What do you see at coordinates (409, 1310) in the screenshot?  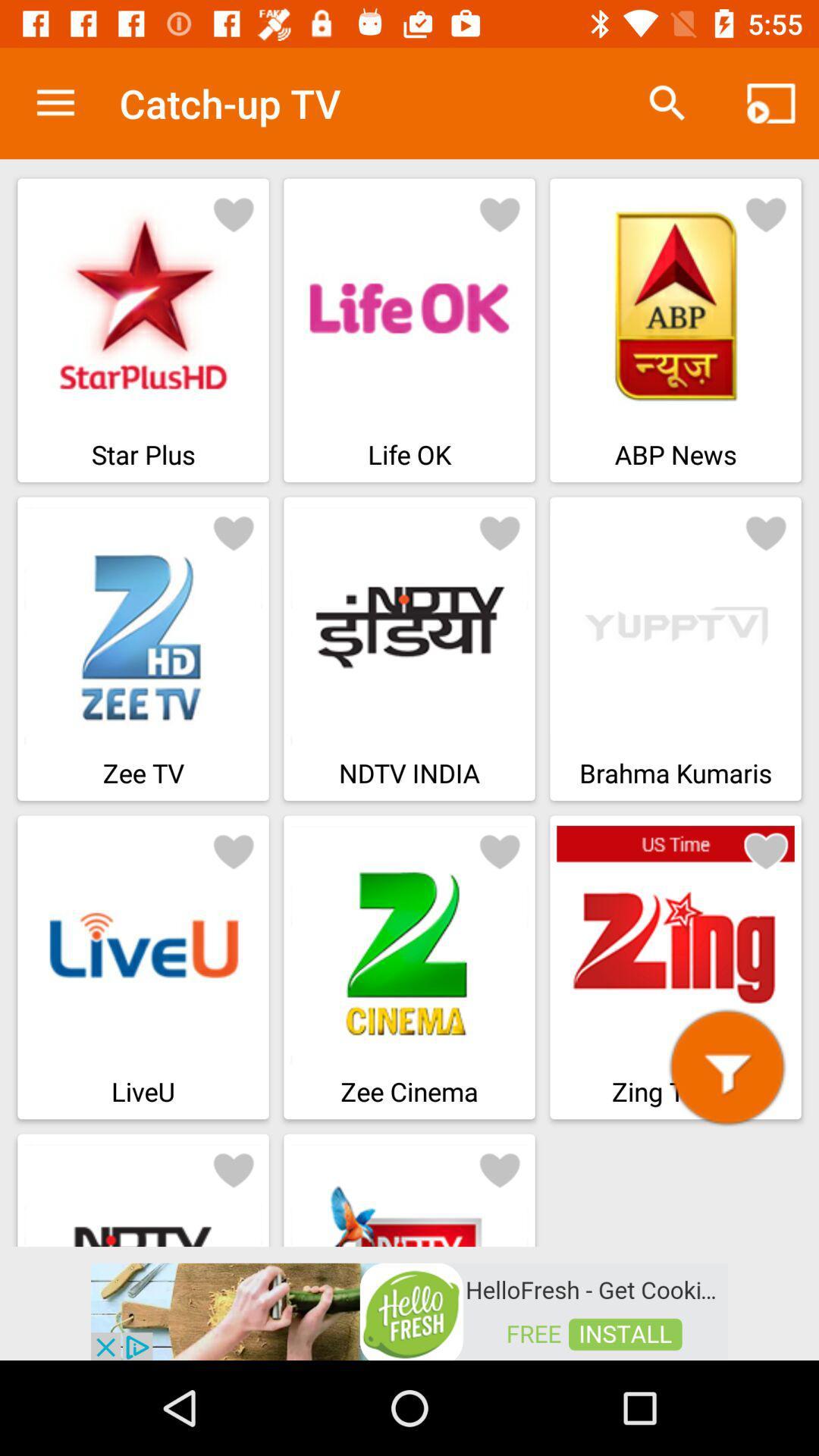 I see `open advertisement` at bounding box center [409, 1310].